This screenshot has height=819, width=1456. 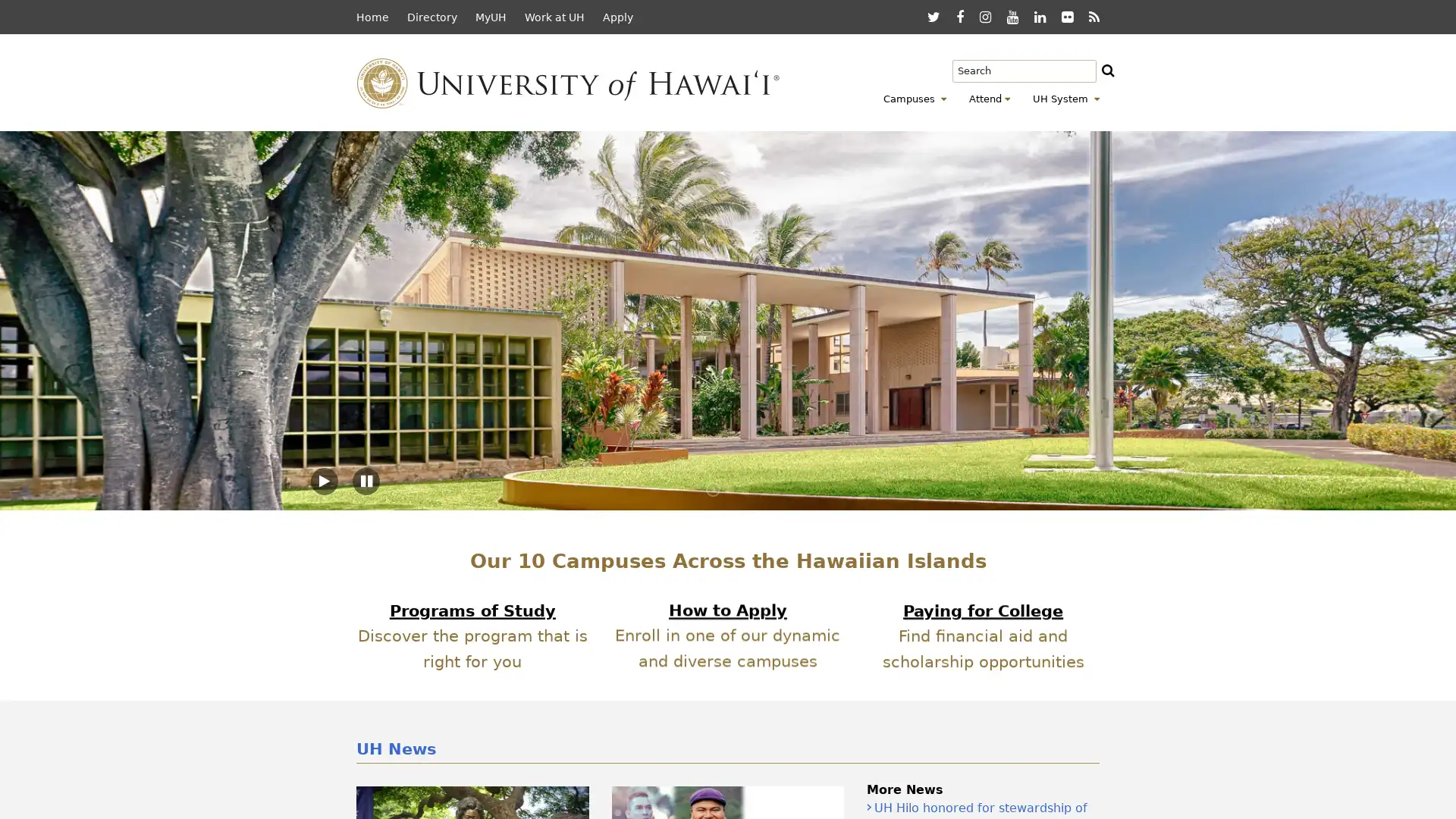 I want to click on go to slide number 1, so click(x=712, y=489).